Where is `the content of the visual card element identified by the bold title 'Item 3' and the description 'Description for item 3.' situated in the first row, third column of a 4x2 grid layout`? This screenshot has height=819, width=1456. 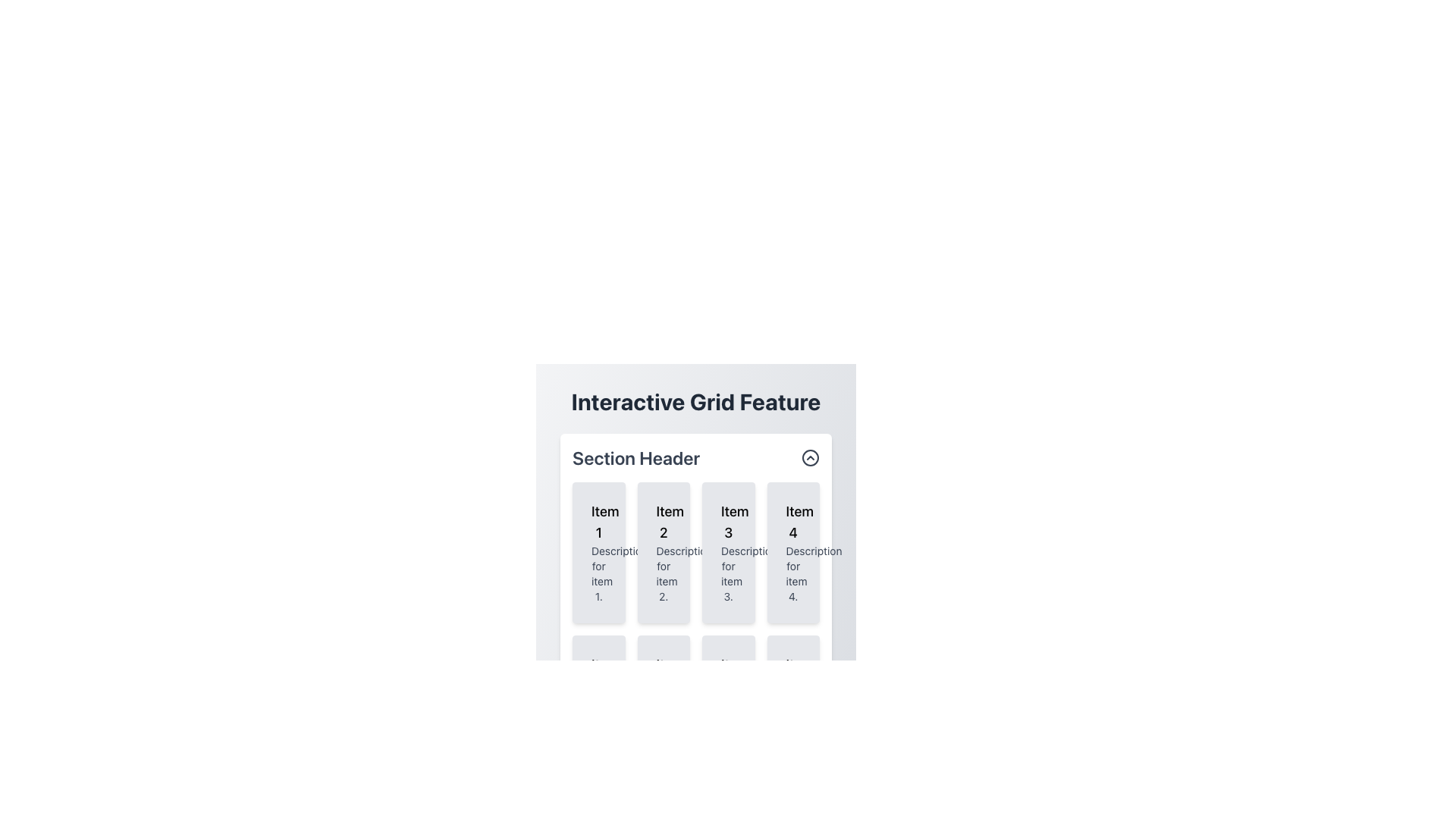
the content of the visual card element identified by the bold title 'Item 3' and the description 'Description for item 3.' situated in the first row, third column of a 4x2 grid layout is located at coordinates (728, 553).